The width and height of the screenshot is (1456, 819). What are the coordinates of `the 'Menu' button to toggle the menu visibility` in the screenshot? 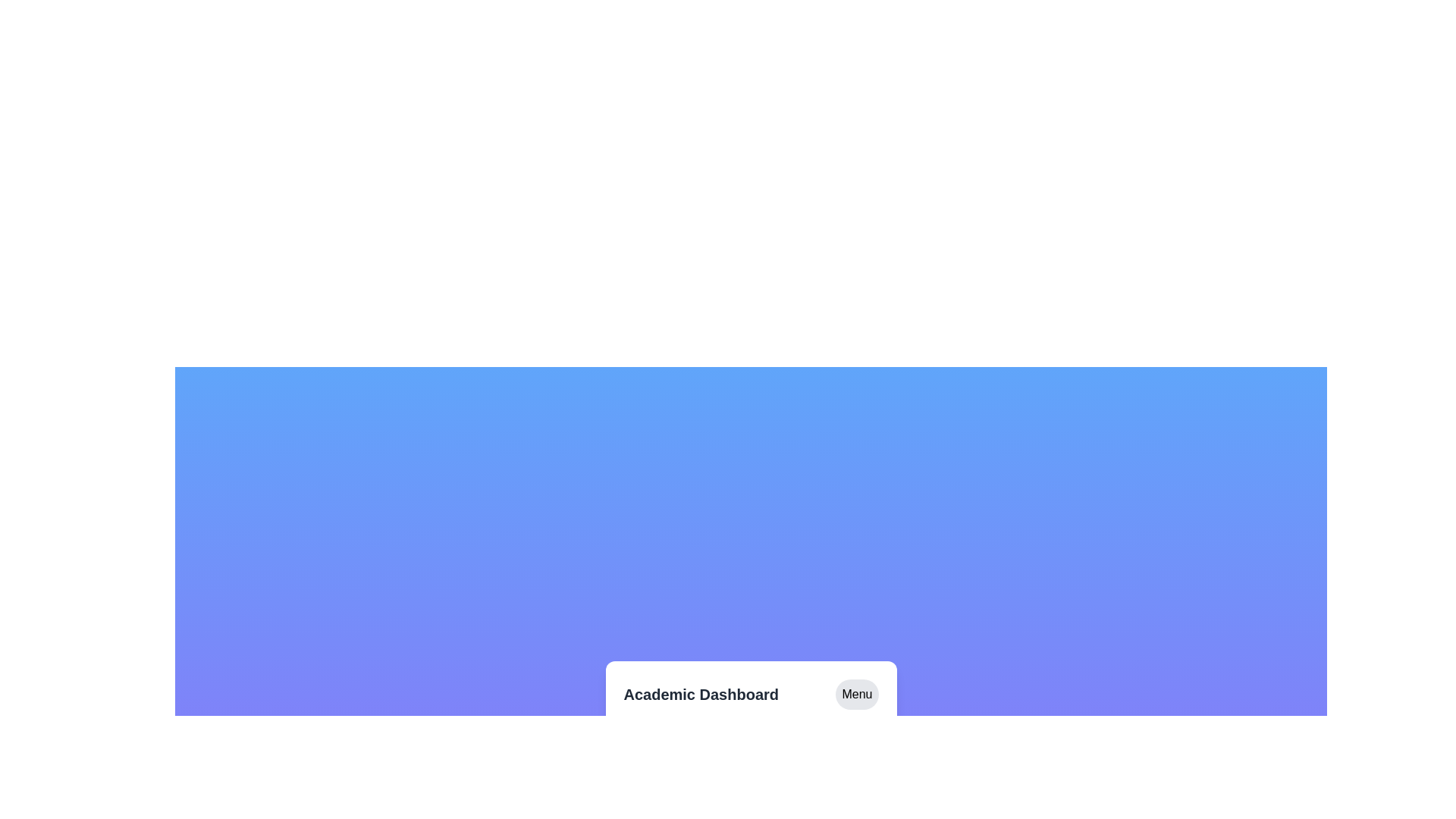 It's located at (856, 694).